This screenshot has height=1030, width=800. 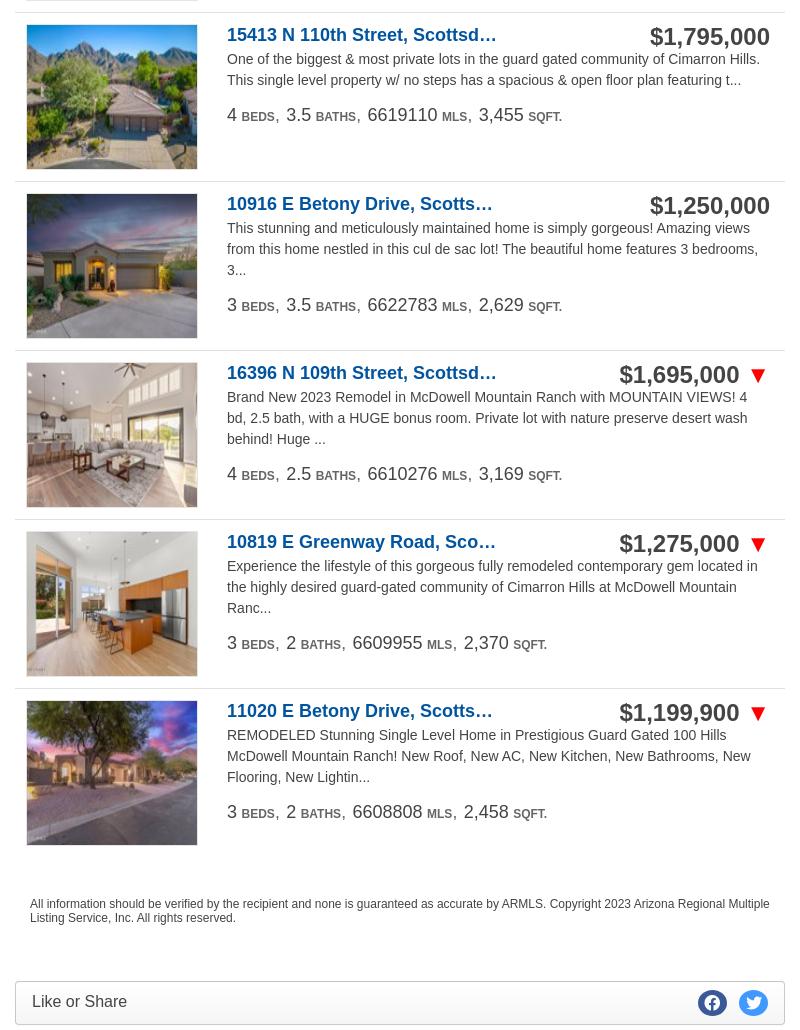 What do you see at coordinates (493, 68) in the screenshot?
I see `'One of the biggest & most private lots in the guard gated community of Cimarron Hills. This single level property w/ no steps has a spacious & open floor plan featuring t...'` at bounding box center [493, 68].